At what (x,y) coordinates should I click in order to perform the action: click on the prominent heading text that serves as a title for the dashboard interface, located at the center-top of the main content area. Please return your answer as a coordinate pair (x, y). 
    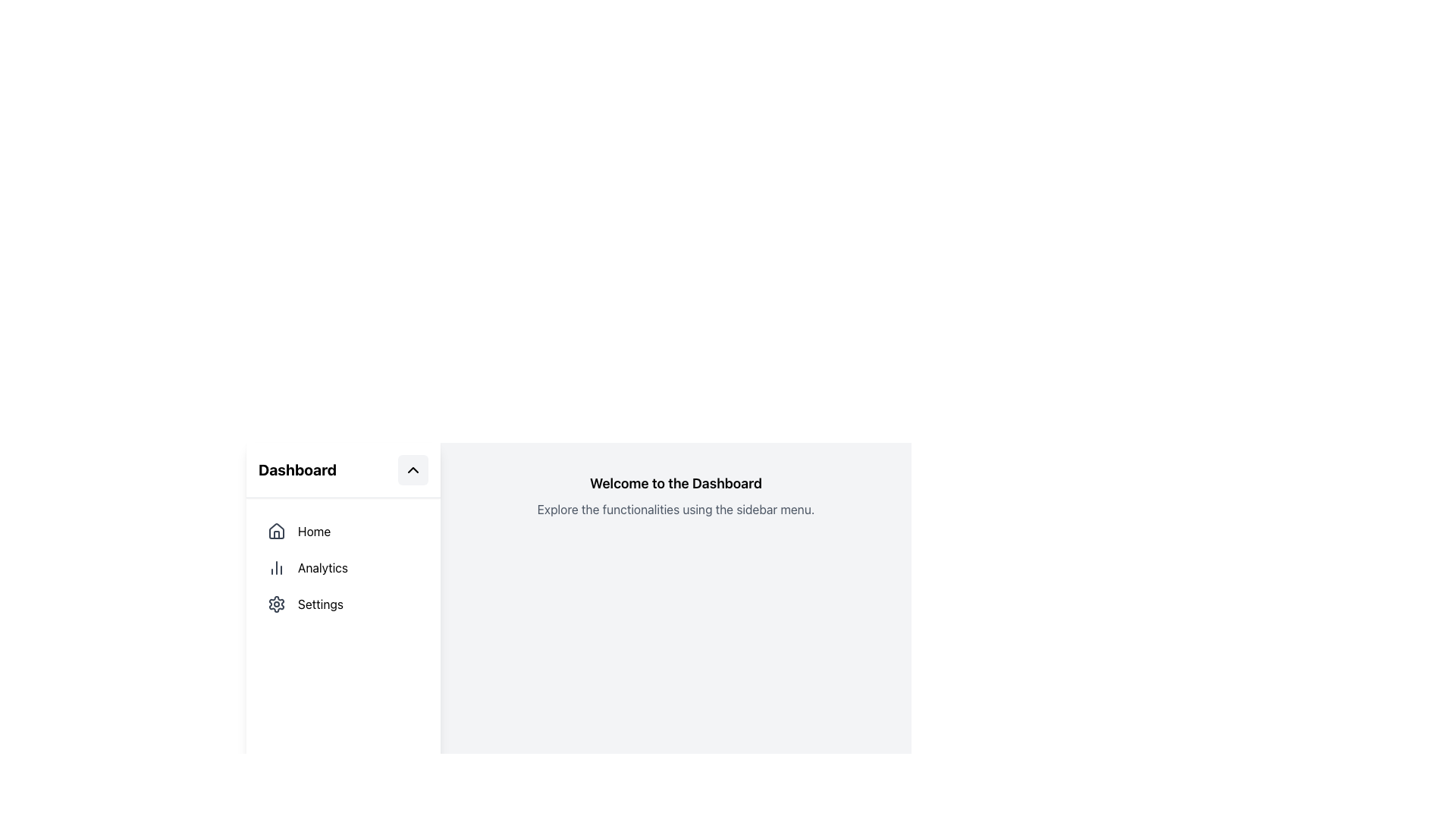
    Looking at the image, I should click on (675, 483).